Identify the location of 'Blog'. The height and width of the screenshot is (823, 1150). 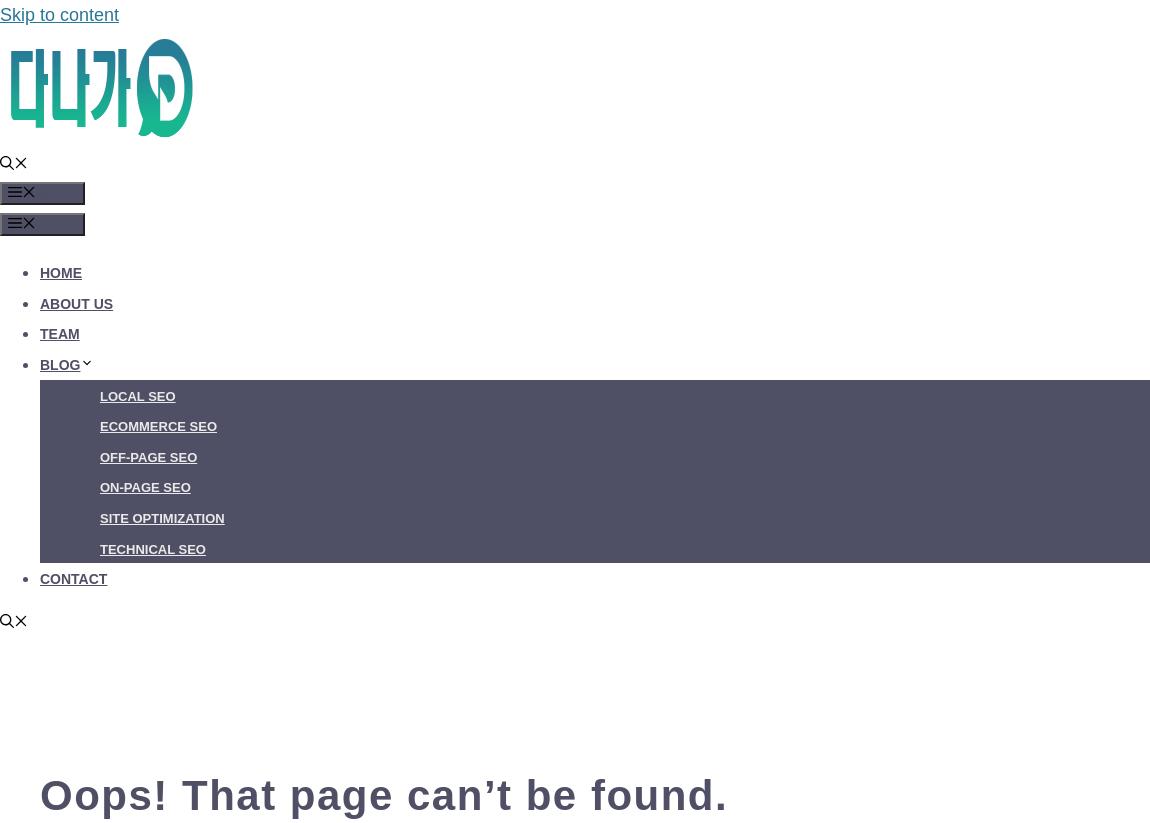
(59, 364).